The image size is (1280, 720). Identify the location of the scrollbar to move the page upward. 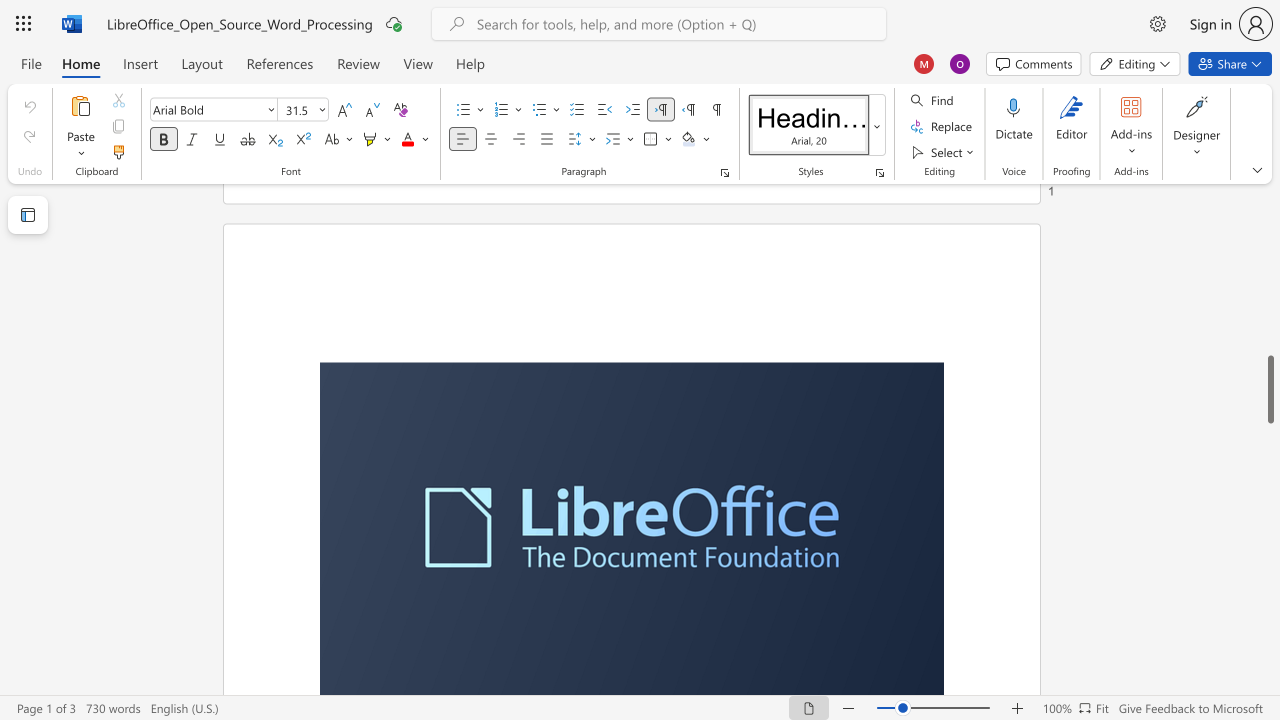
(1269, 400).